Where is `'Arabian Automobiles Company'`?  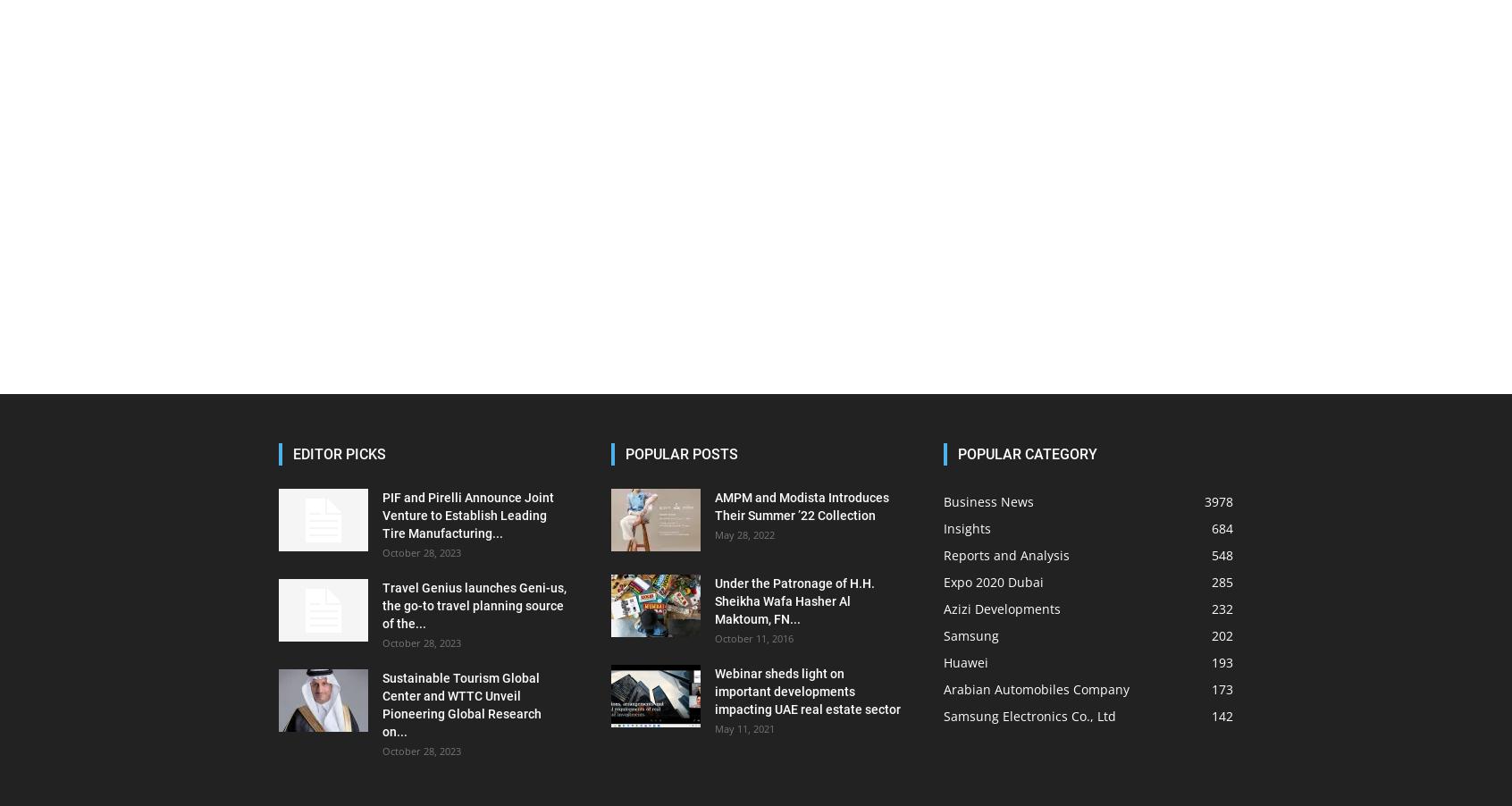 'Arabian Automobiles Company' is located at coordinates (1036, 688).